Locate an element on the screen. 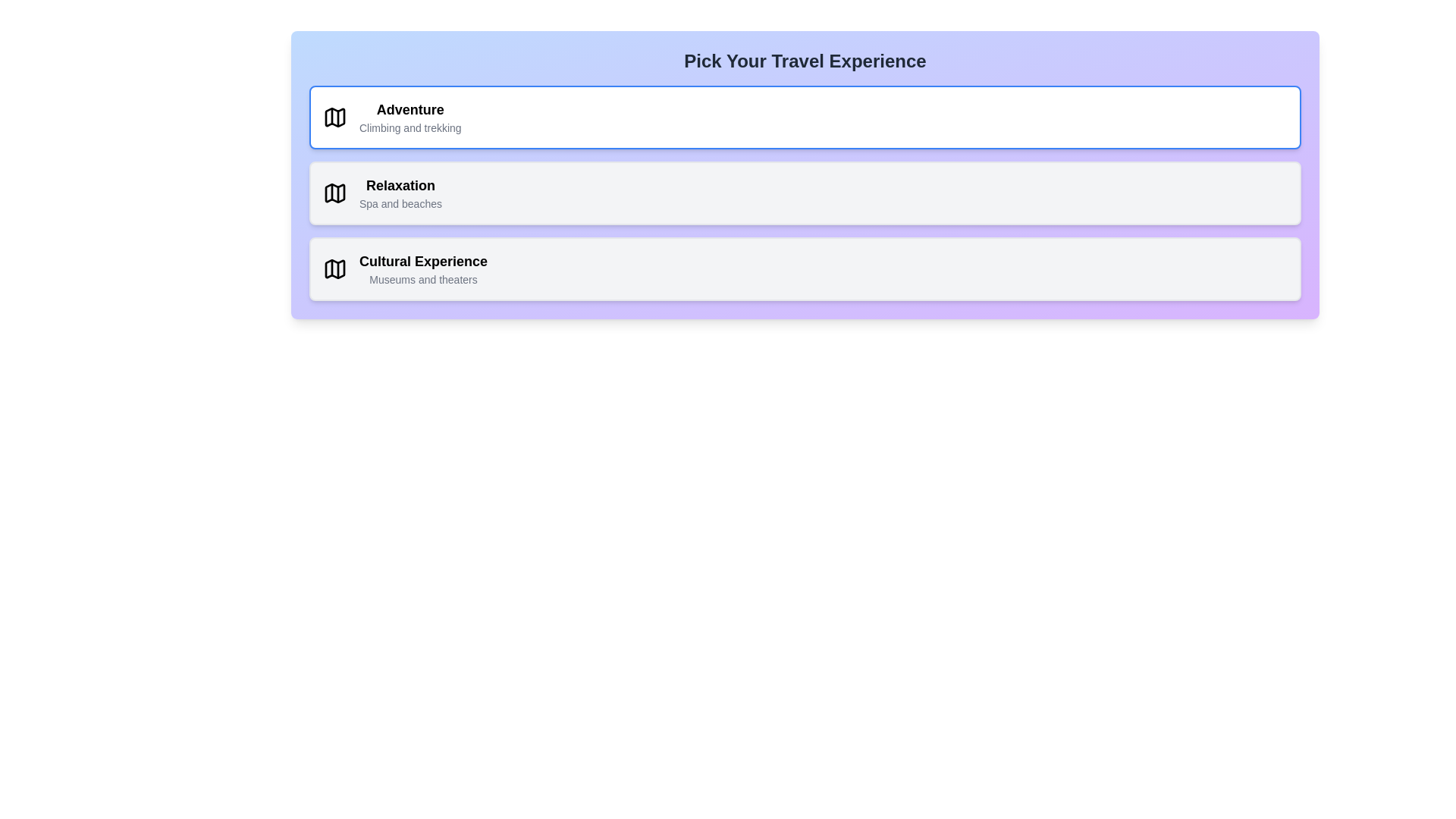 The image size is (1456, 819). the 'Relaxation' option card is located at coordinates (400, 192).